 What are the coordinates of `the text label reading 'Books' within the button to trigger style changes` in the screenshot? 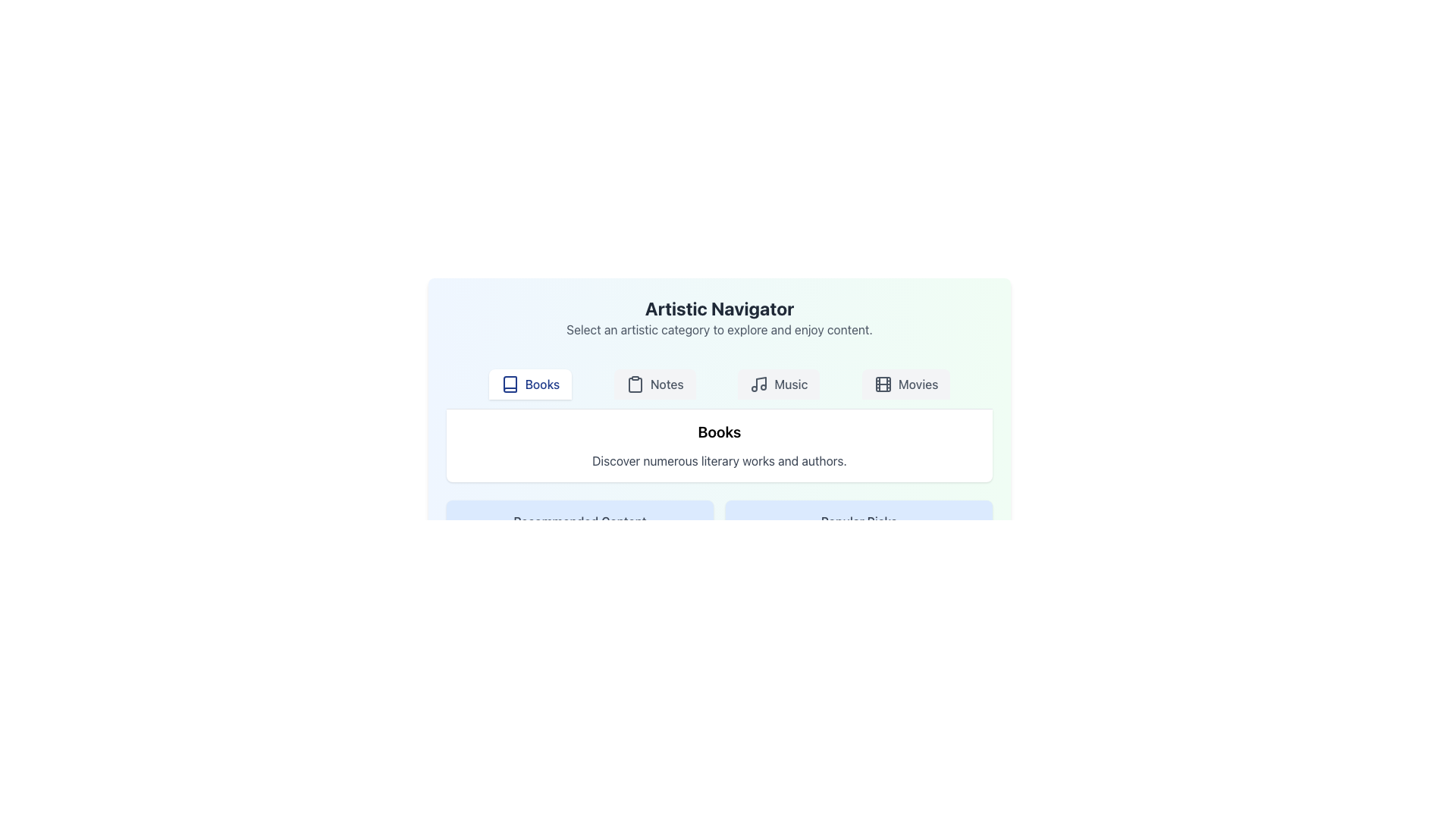 It's located at (542, 383).